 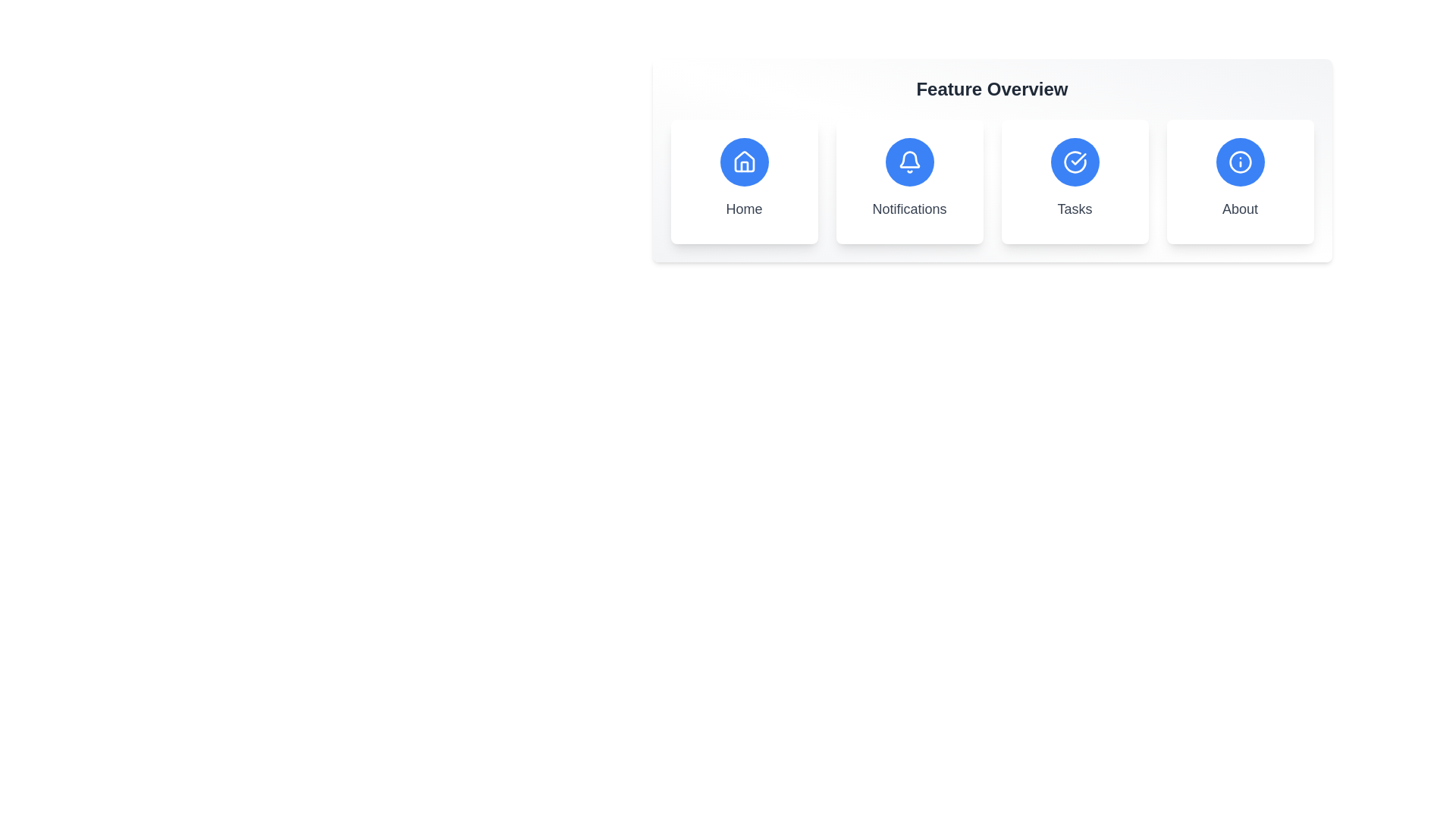 What do you see at coordinates (1074, 162) in the screenshot?
I see `the blue circular glyph with a thin line design forming an arc, located within the third card labeled 'Tasks' under the 'Feature Overview' section, to the left of a checkmark` at bounding box center [1074, 162].